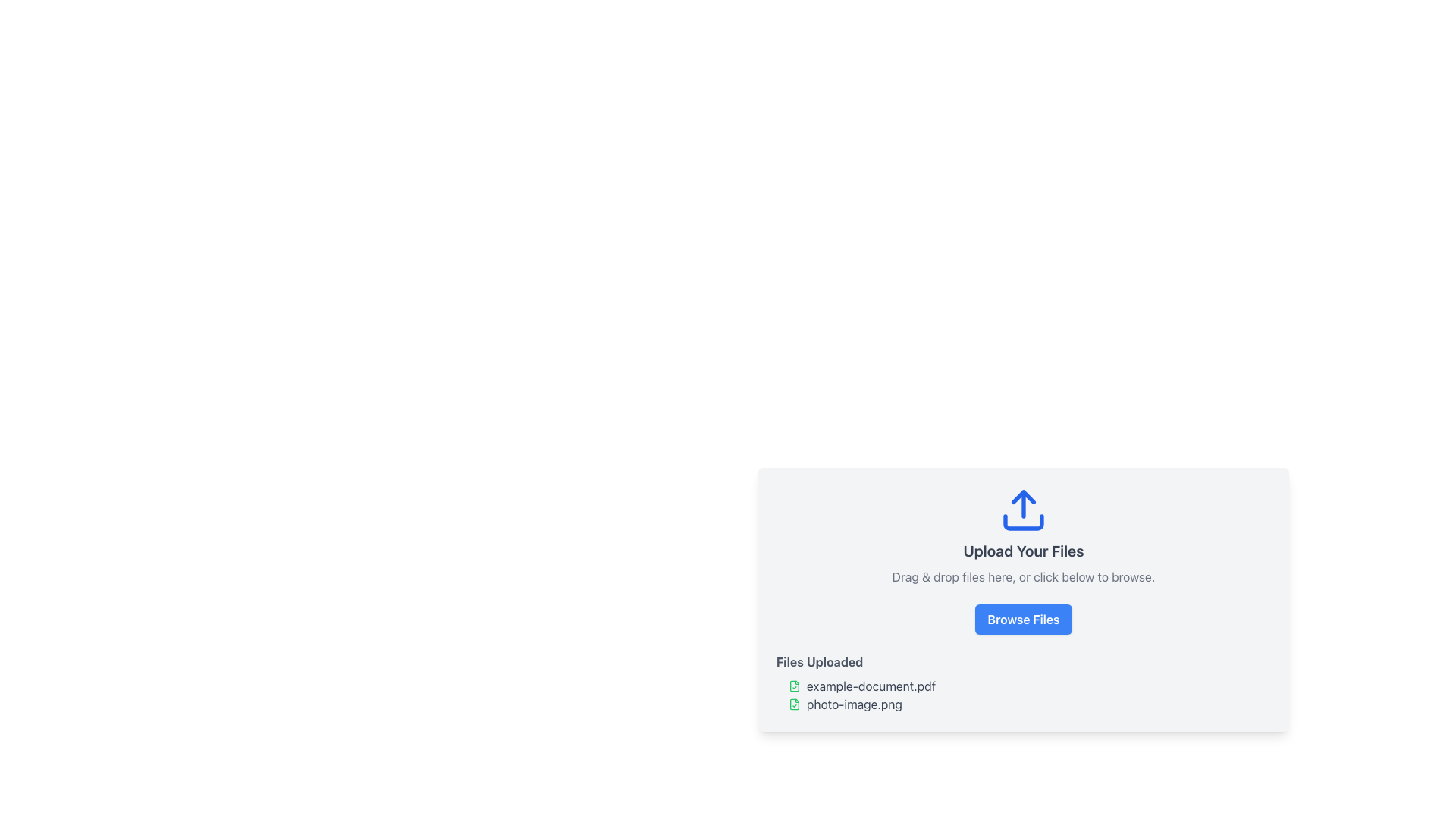 The image size is (1456, 819). What do you see at coordinates (1023, 576) in the screenshot?
I see `the instructional text label that guides users on how to upload files, located below 'Upload Your Files' and above the 'Browse Files' button` at bounding box center [1023, 576].